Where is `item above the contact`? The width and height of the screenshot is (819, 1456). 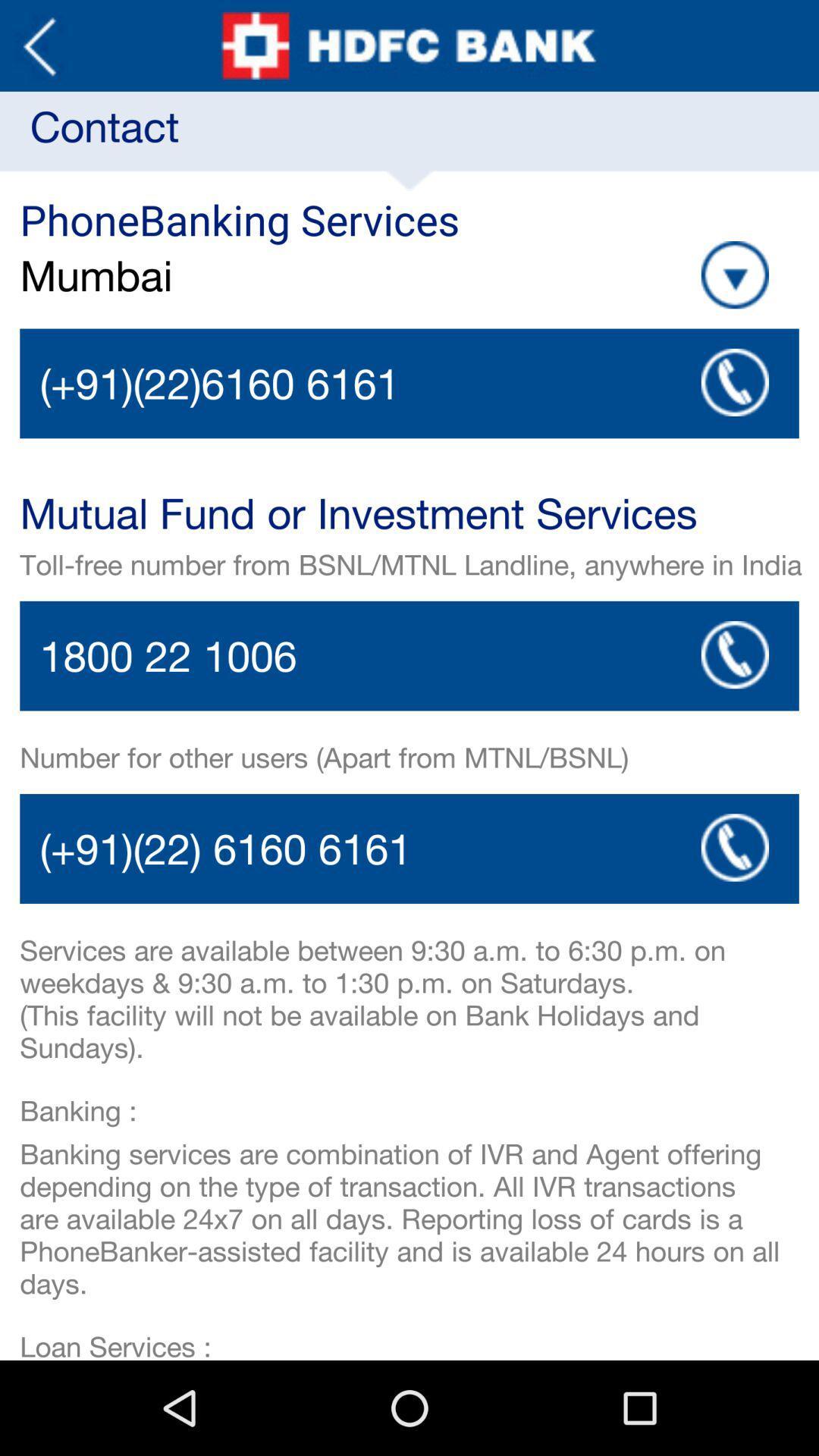 item above the contact is located at coordinates (39, 45).